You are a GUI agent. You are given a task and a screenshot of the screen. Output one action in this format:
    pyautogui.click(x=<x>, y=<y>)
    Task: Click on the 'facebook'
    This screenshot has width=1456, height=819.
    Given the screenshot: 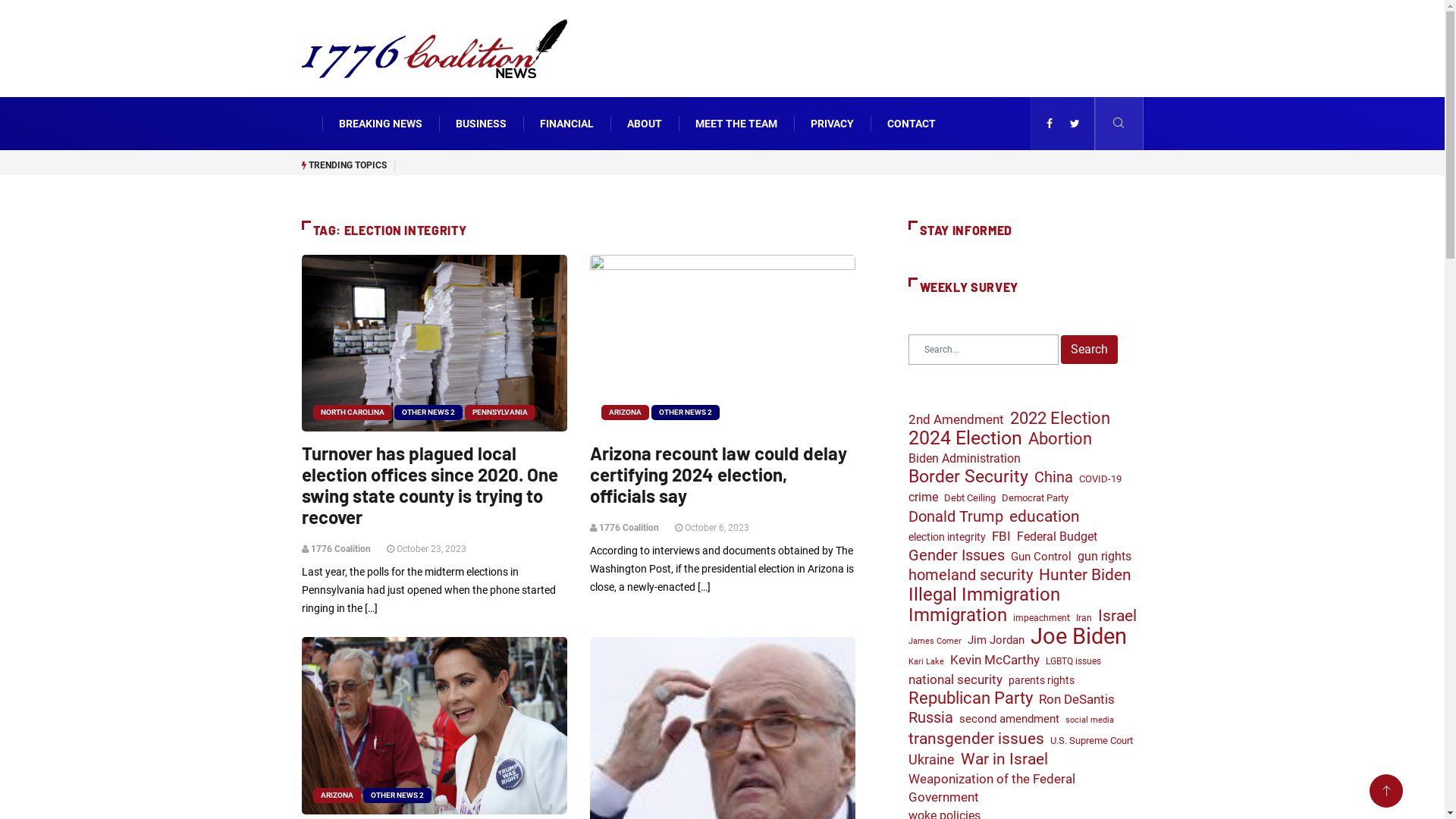 What is the action you would take?
    pyautogui.click(x=1048, y=122)
    